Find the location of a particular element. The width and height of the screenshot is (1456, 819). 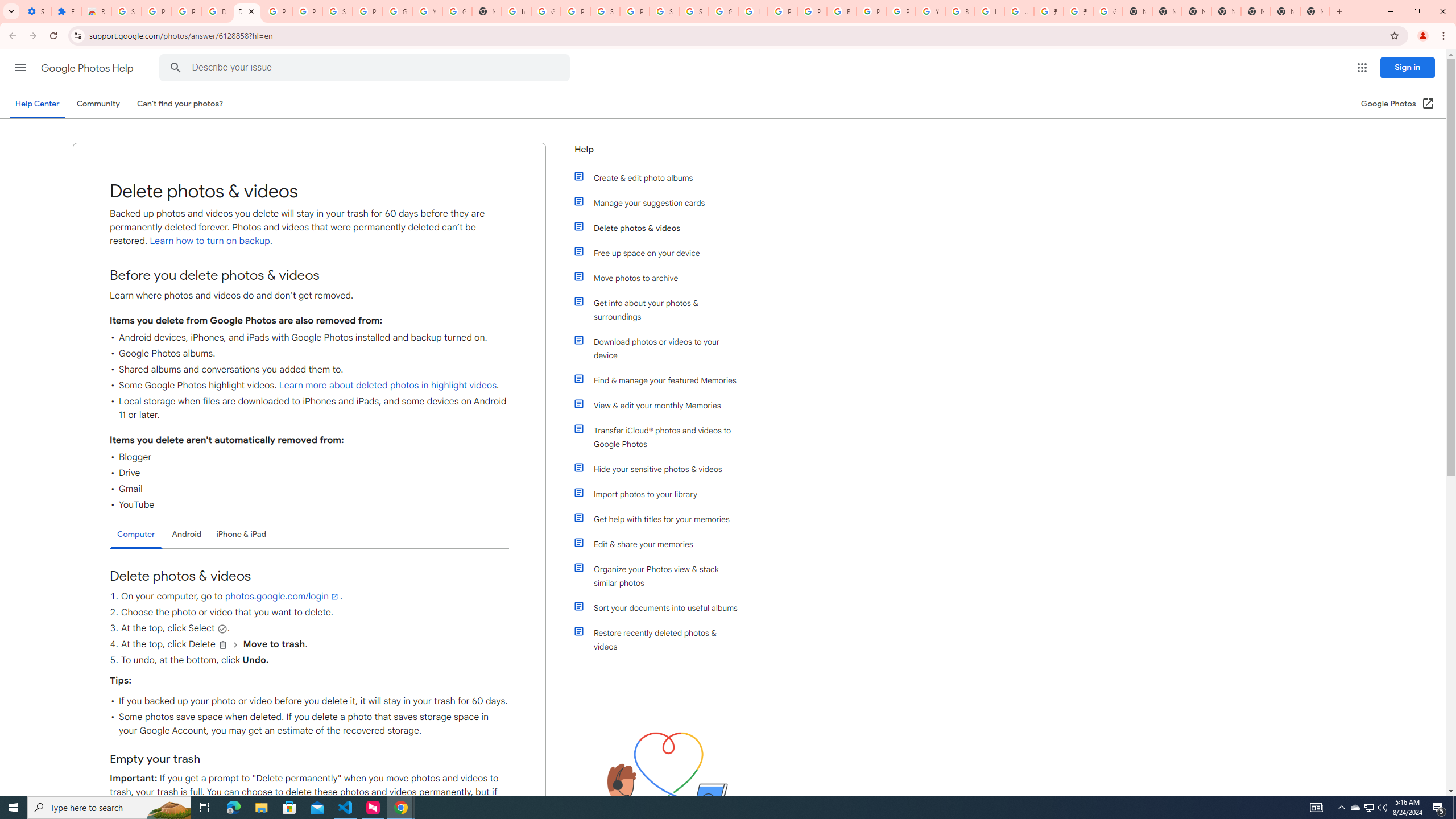

'Extensions' is located at coordinates (65, 11).